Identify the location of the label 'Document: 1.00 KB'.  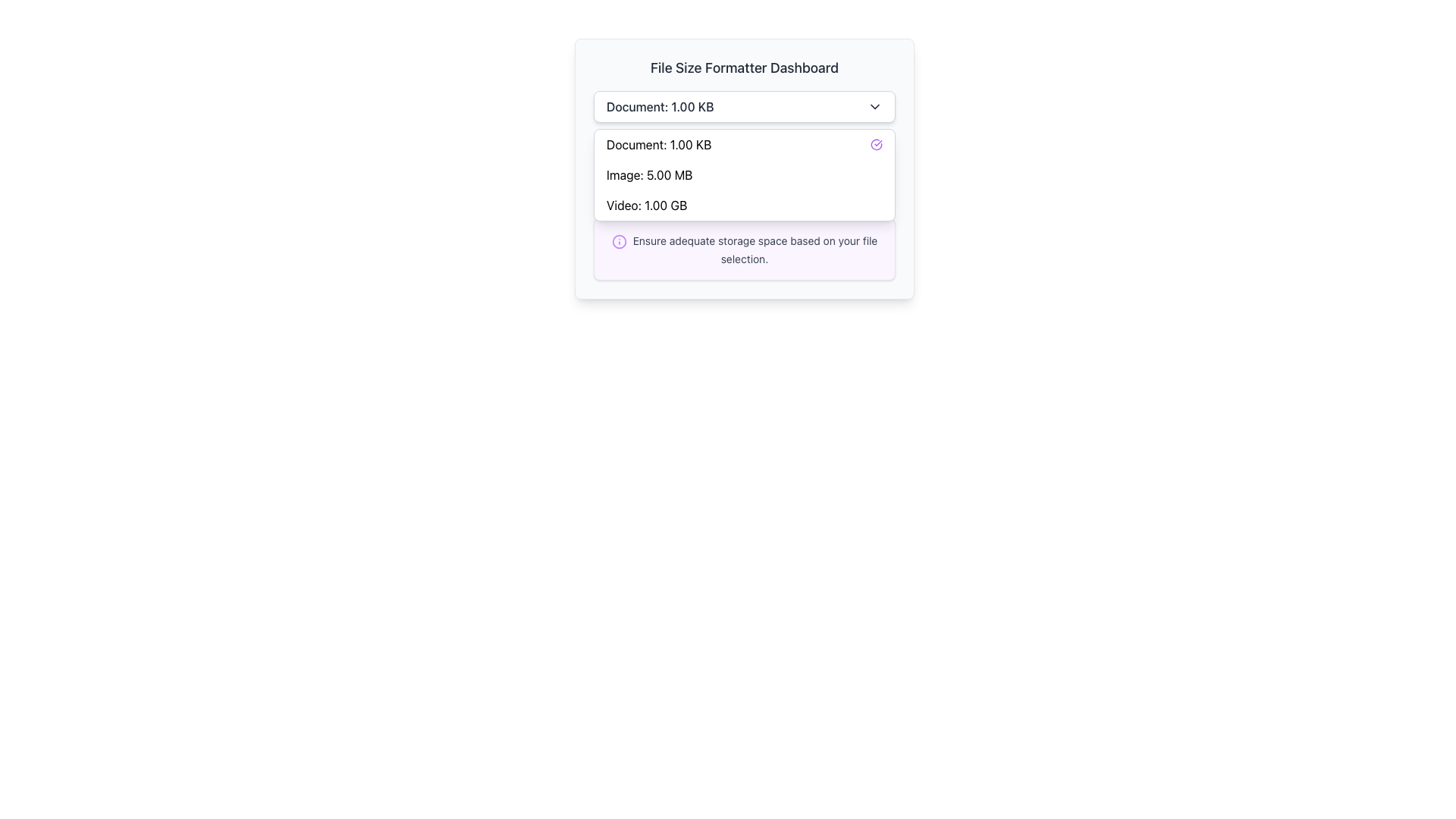
(659, 145).